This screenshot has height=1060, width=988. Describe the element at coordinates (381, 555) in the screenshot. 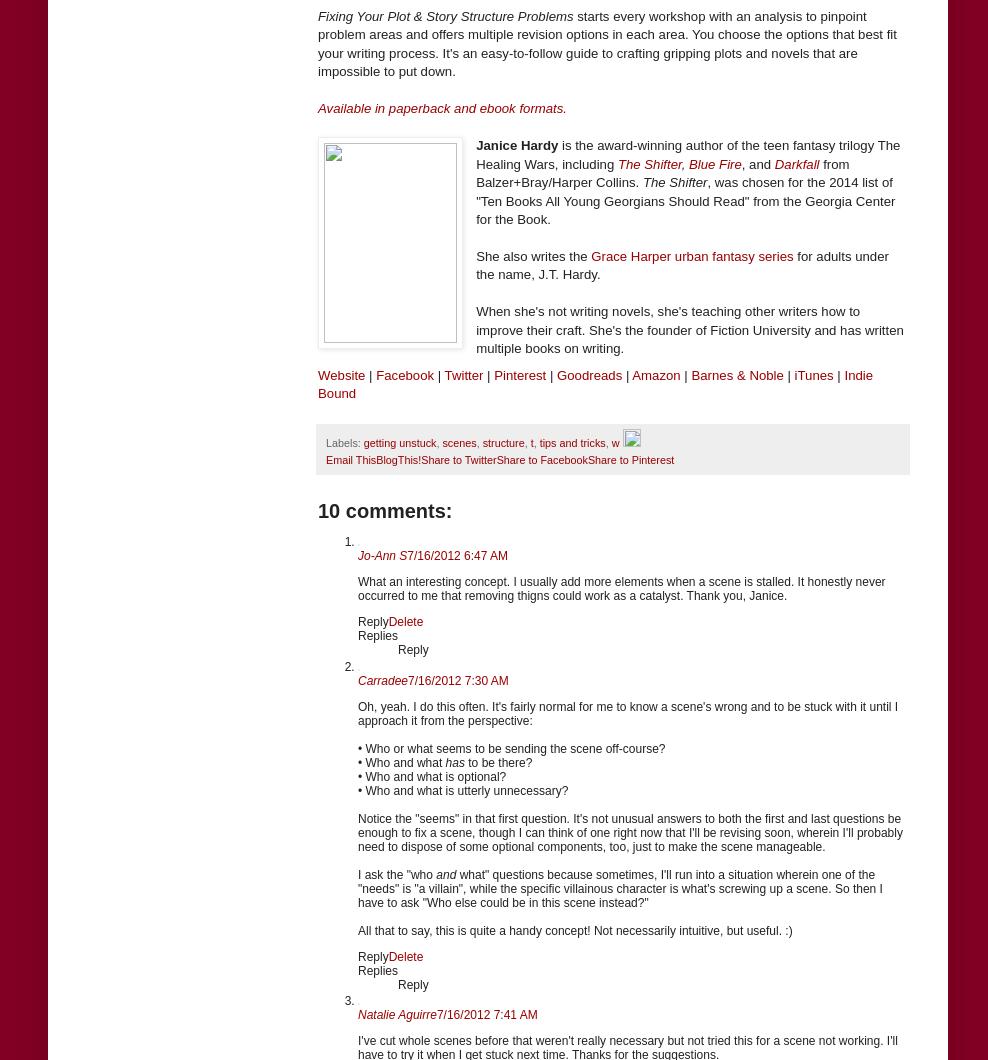

I see `'Jo-Ann S'` at that location.